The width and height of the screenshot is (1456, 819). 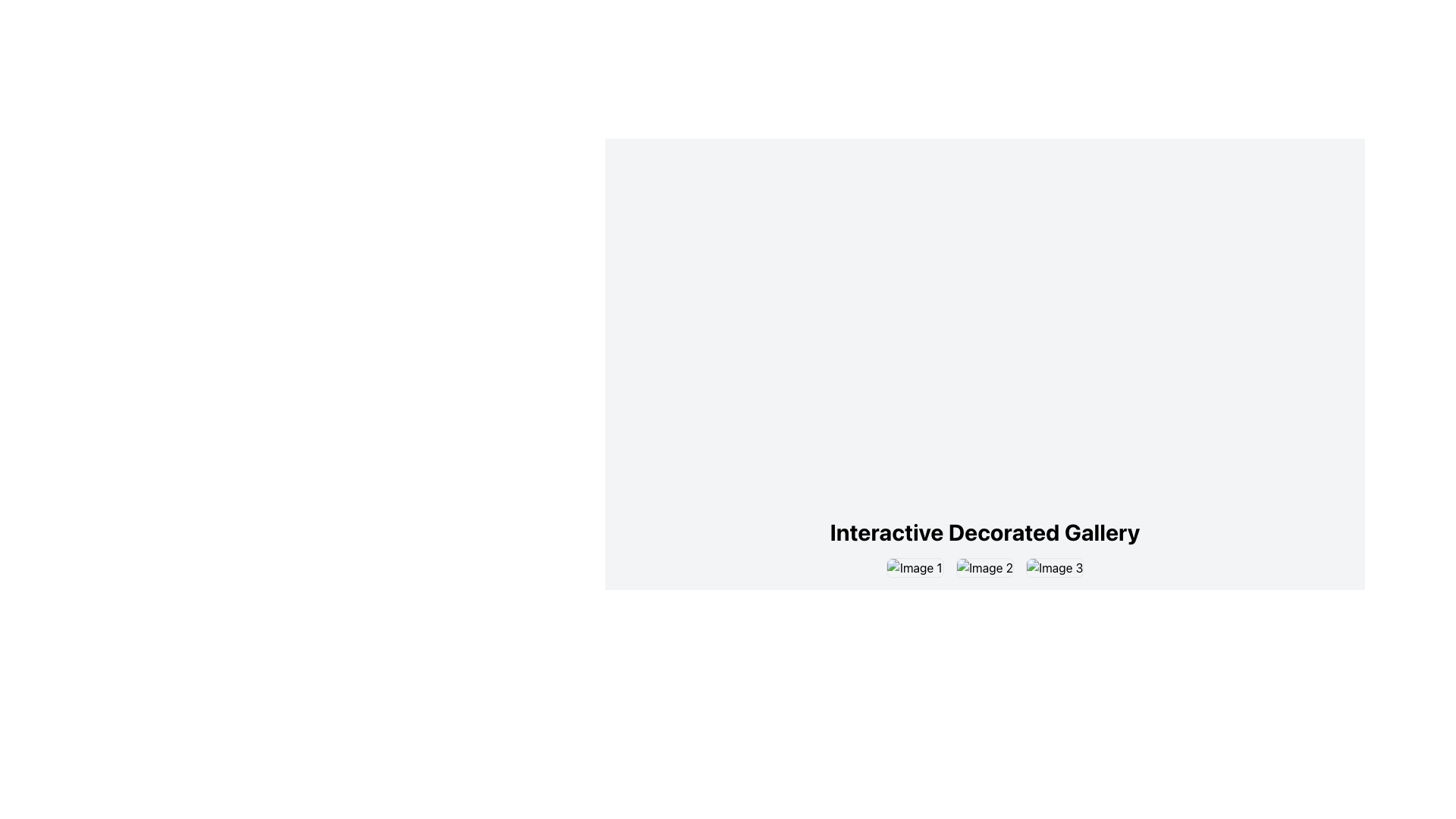 What do you see at coordinates (1054, 567) in the screenshot?
I see `the camera icon outlined in white, located in the 'Image 3' section of the gallery` at bounding box center [1054, 567].